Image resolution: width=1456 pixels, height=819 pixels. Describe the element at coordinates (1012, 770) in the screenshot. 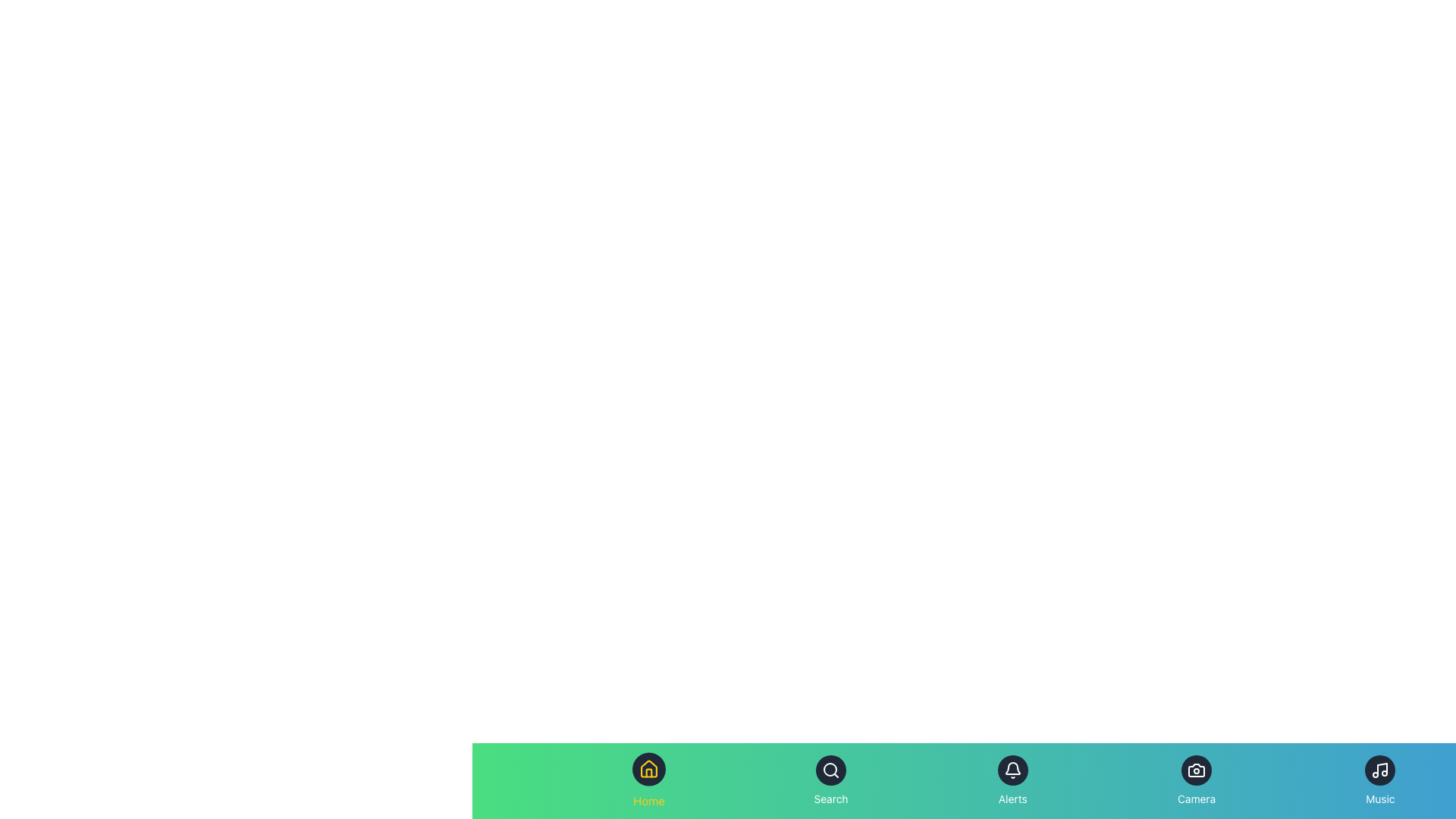

I see `the notifications button located in the bottom menu, third from the left` at that location.